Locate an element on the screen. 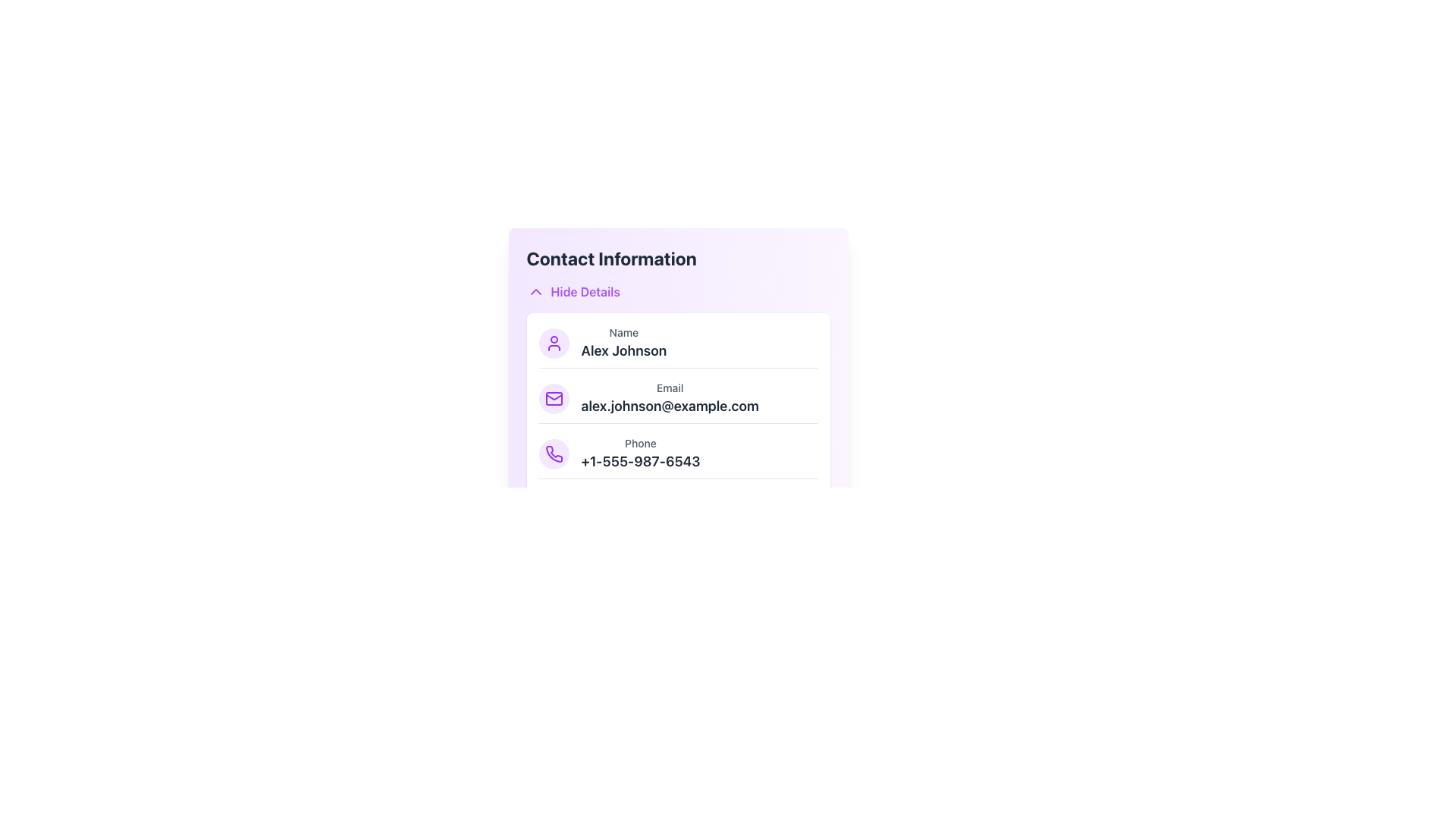 The height and width of the screenshot is (819, 1456). the text display element that shows 'Email' and 'alex.johnson@example.com' in a contact information section is located at coordinates (669, 397).